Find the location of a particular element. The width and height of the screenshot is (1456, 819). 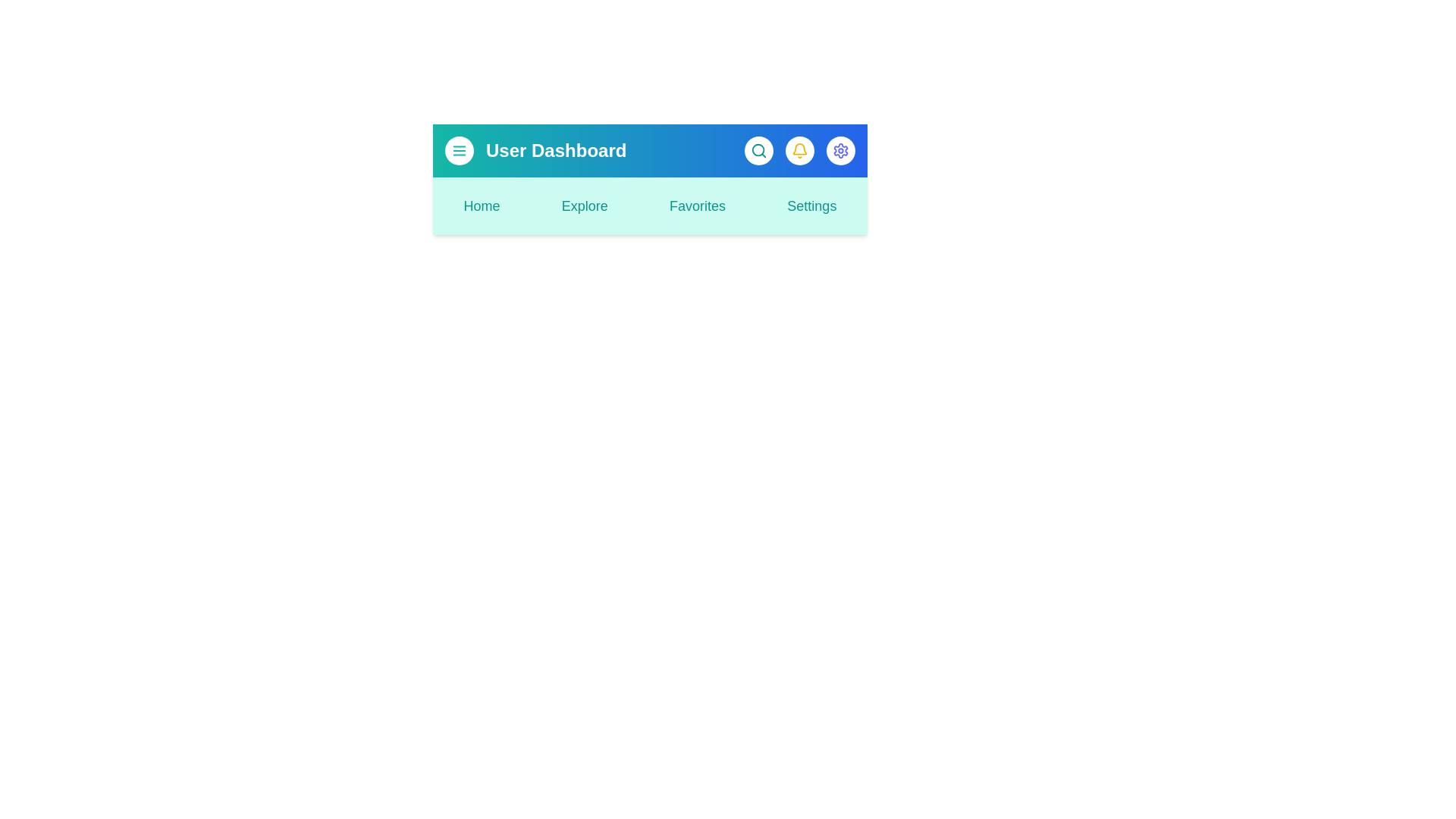

settings button to open the settings is located at coordinates (839, 151).